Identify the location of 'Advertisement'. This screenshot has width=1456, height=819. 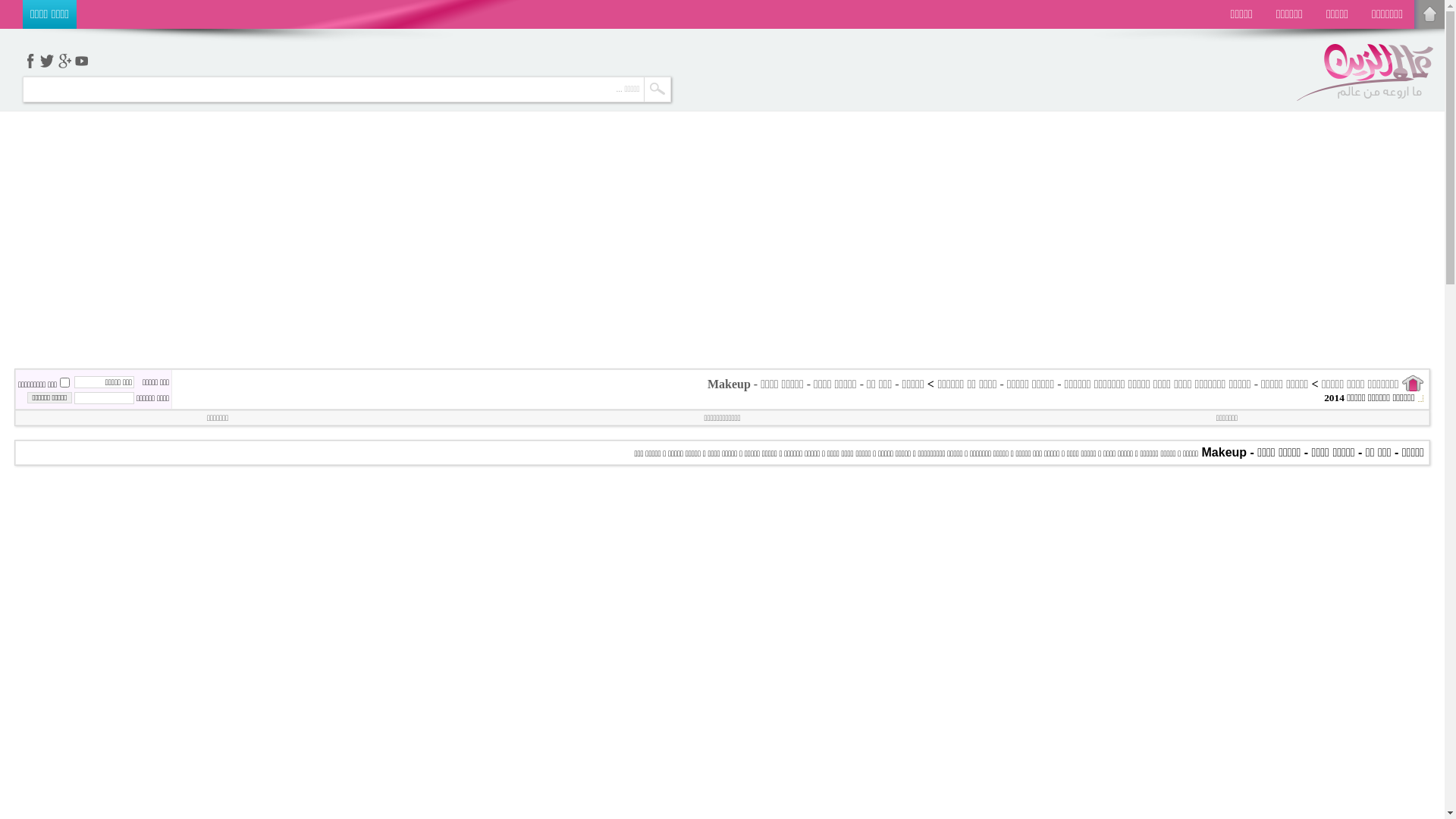
(892, 259).